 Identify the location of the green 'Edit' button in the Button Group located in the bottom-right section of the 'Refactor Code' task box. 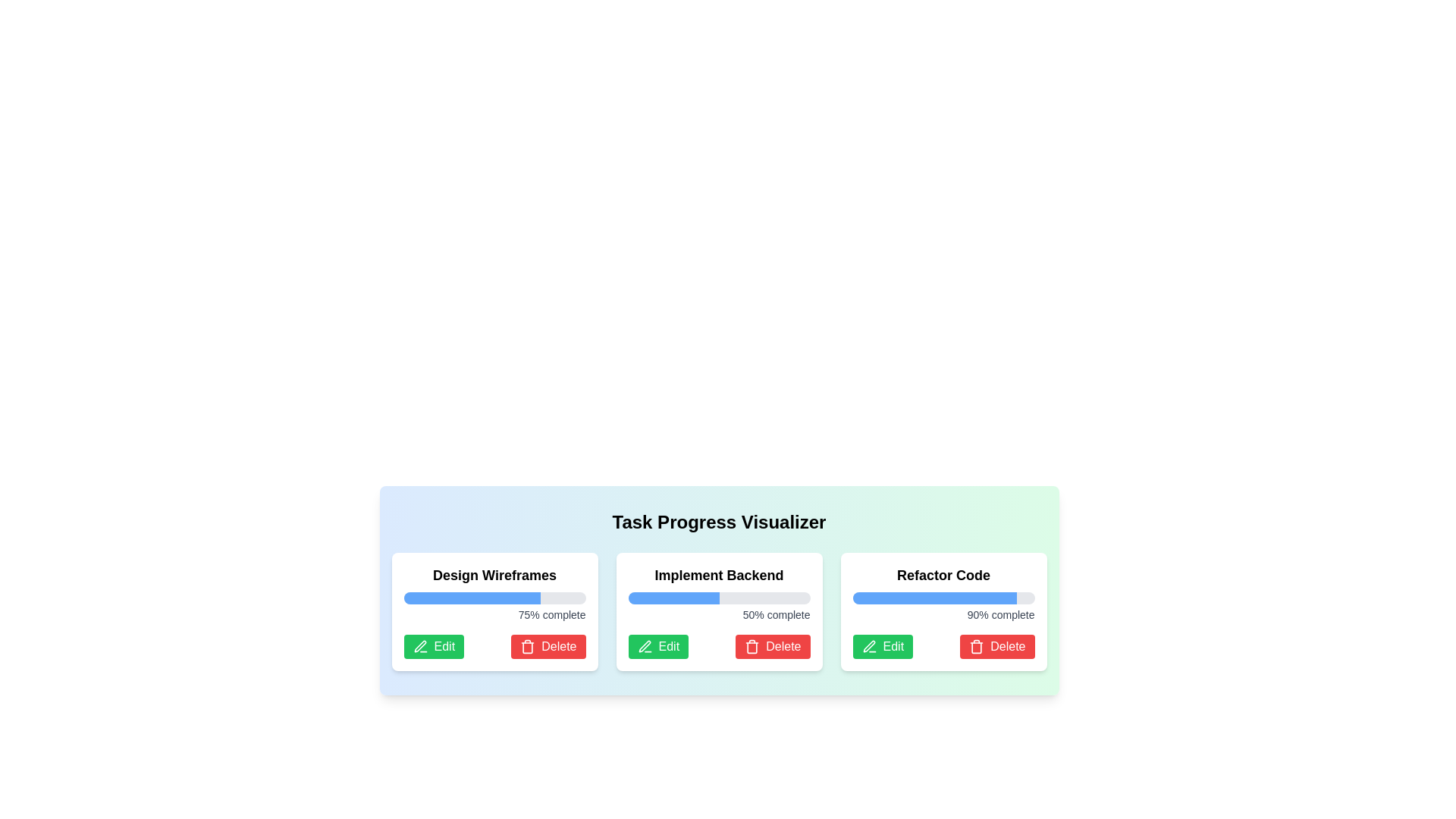
(943, 646).